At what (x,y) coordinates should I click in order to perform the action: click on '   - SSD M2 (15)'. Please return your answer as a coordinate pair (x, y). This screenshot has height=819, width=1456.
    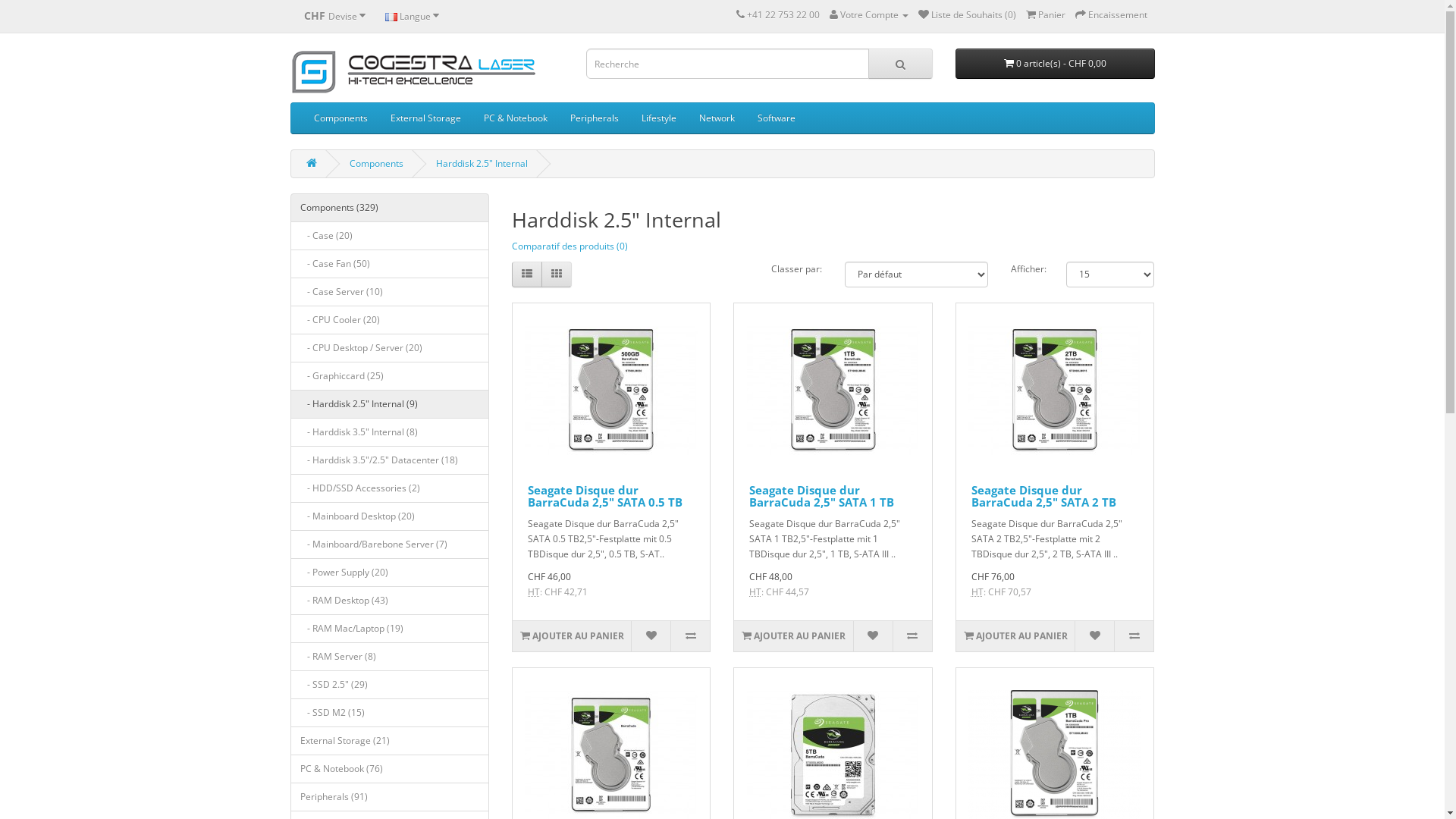
    Looking at the image, I should click on (290, 713).